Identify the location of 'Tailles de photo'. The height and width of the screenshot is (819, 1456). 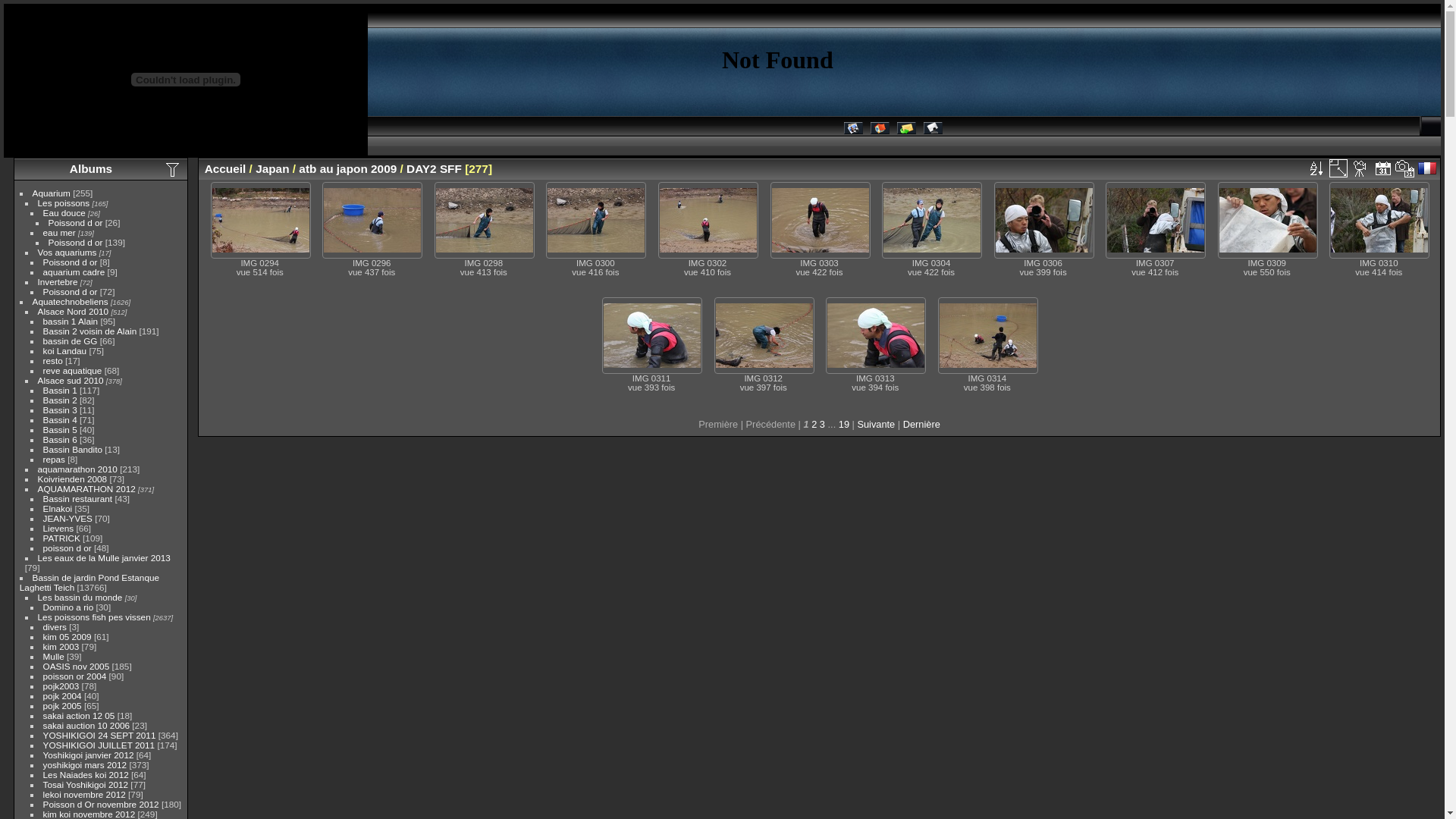
(1338, 168).